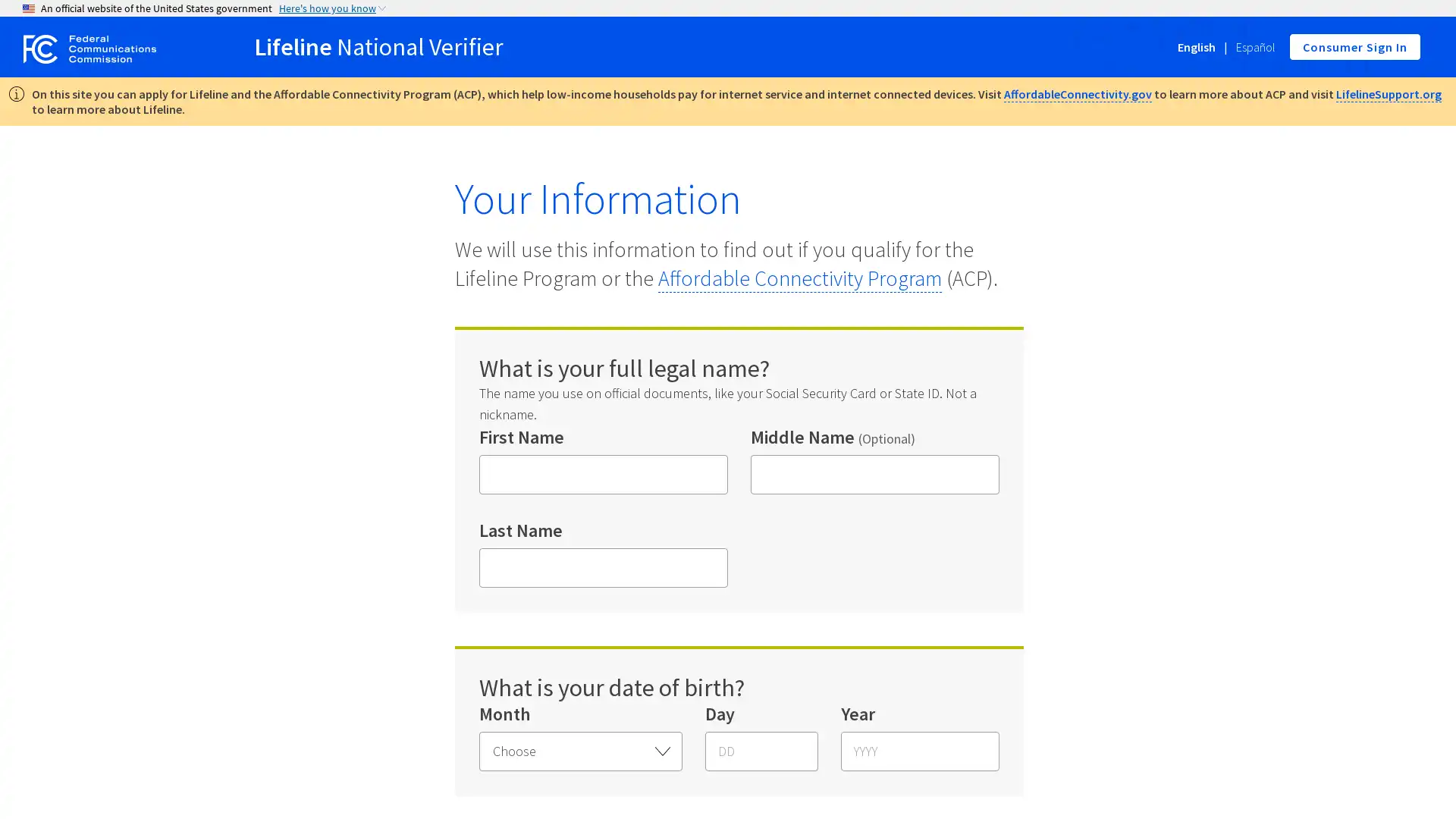  I want to click on English, so click(1196, 46).